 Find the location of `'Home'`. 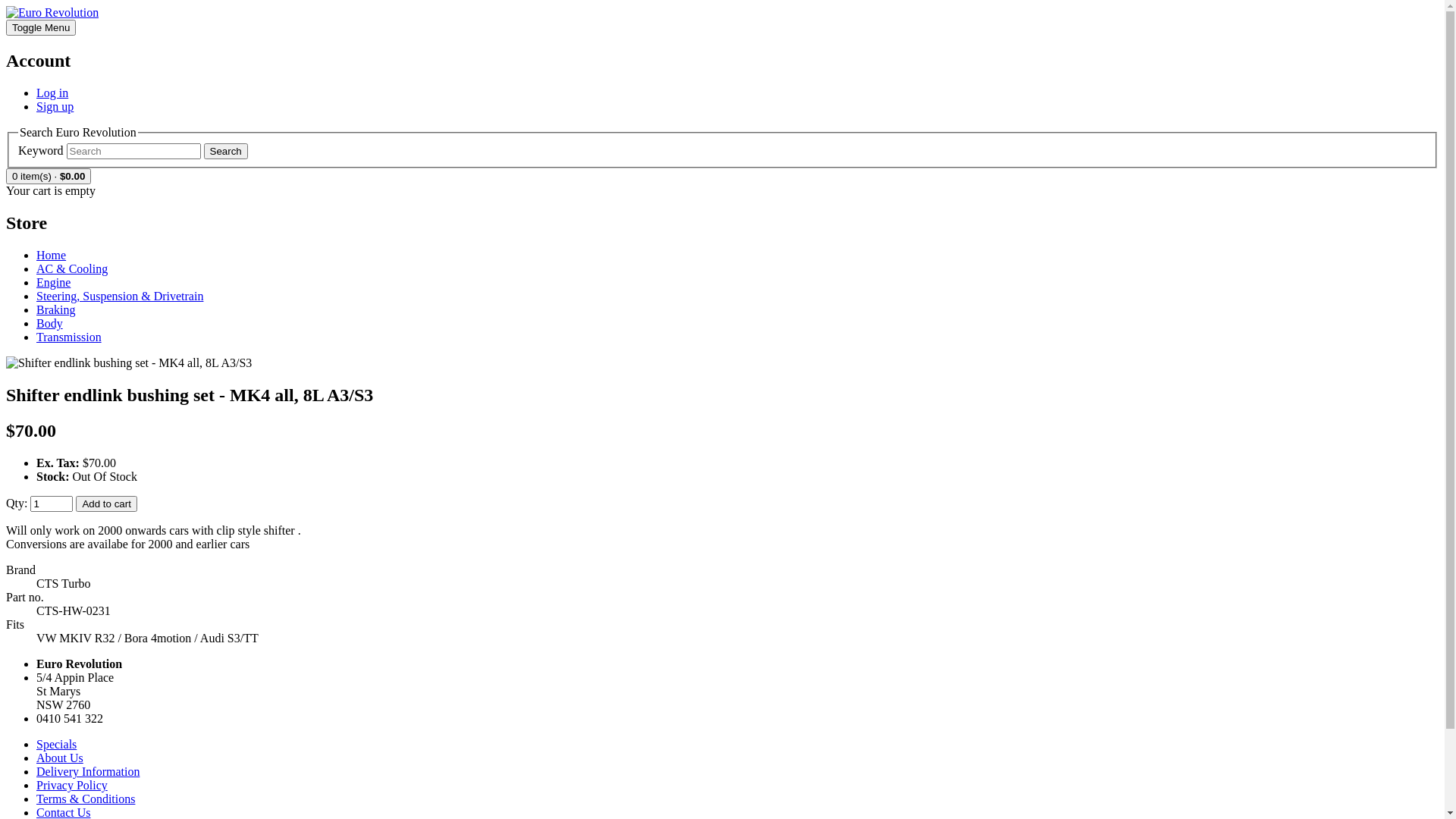

'Home' is located at coordinates (51, 254).